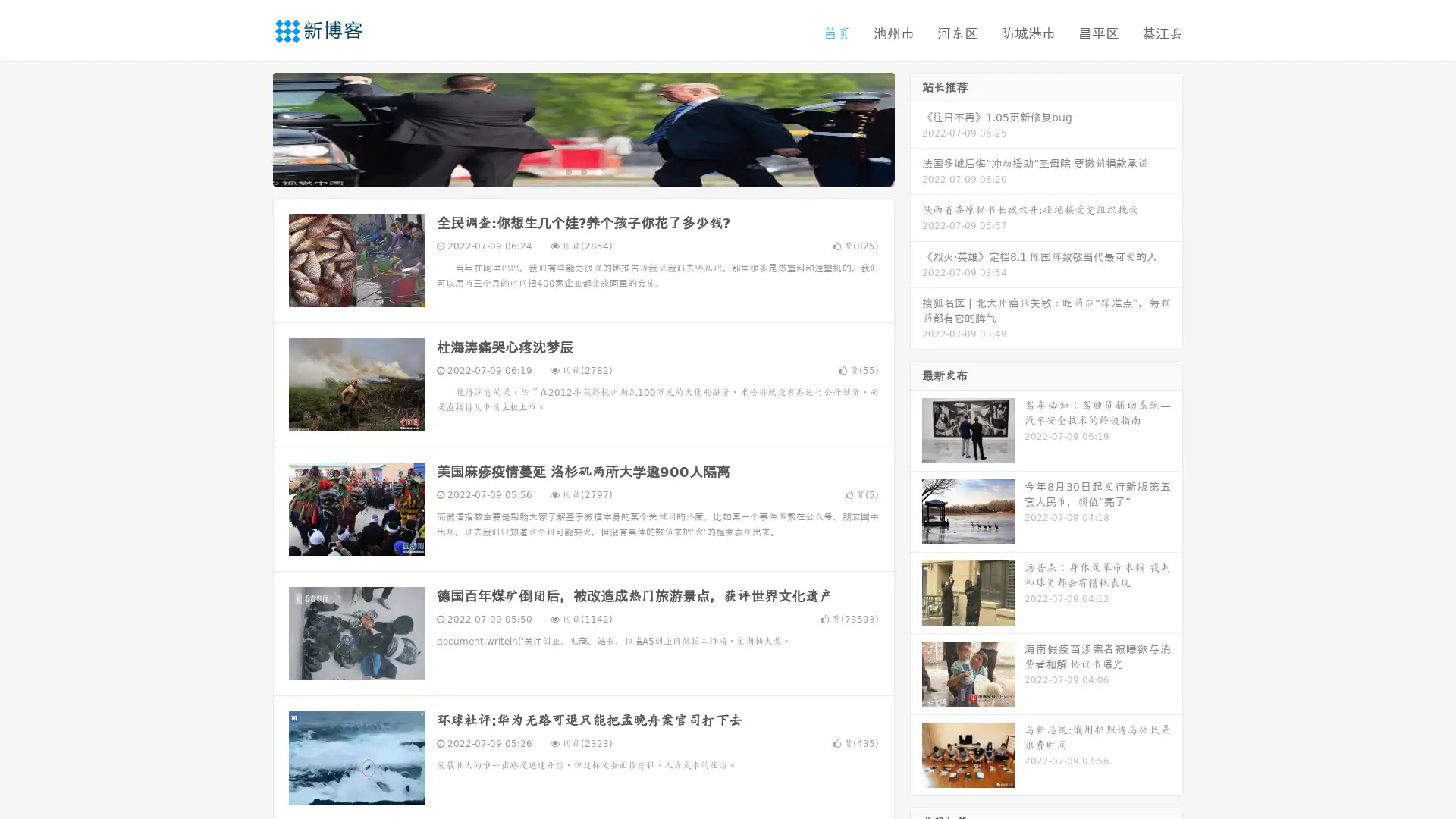 This screenshot has height=819, width=1456. Describe the element at coordinates (582, 171) in the screenshot. I see `Go to slide 2` at that location.